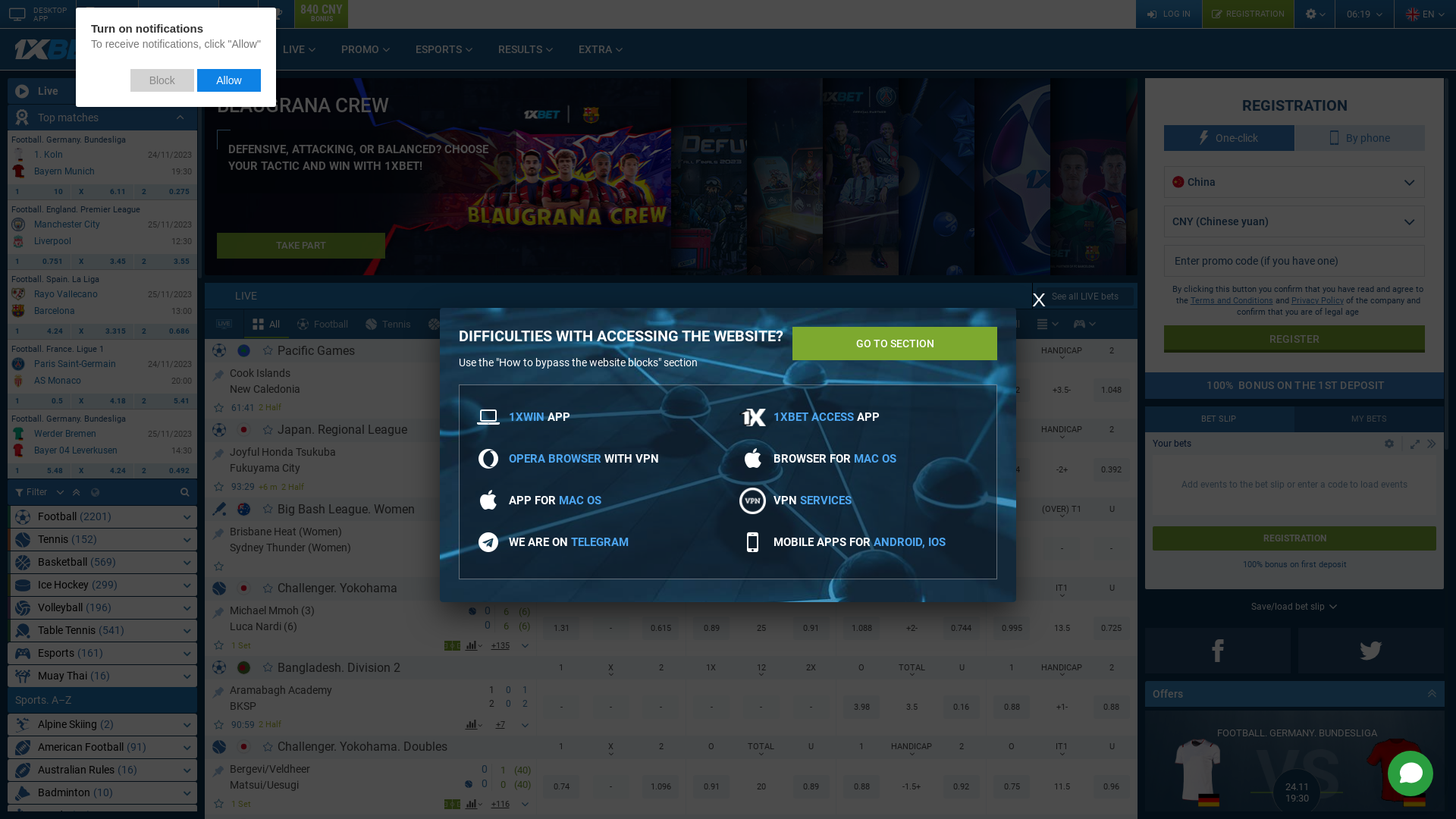 The image size is (1456, 819). What do you see at coordinates (7, 400) in the screenshot?
I see `'1` at bounding box center [7, 400].